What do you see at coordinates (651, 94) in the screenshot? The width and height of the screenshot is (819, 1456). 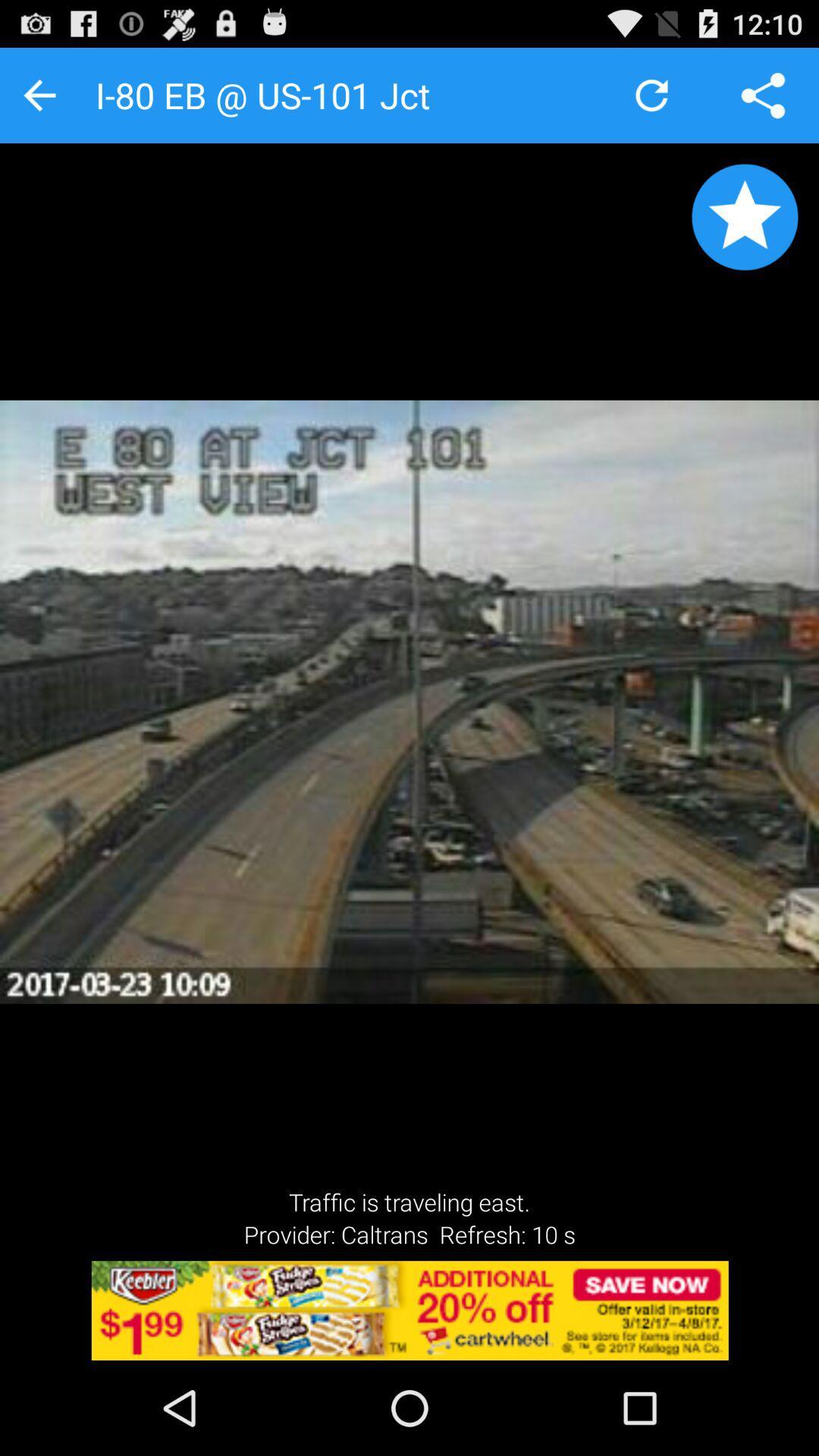 I see `reload the page` at bounding box center [651, 94].